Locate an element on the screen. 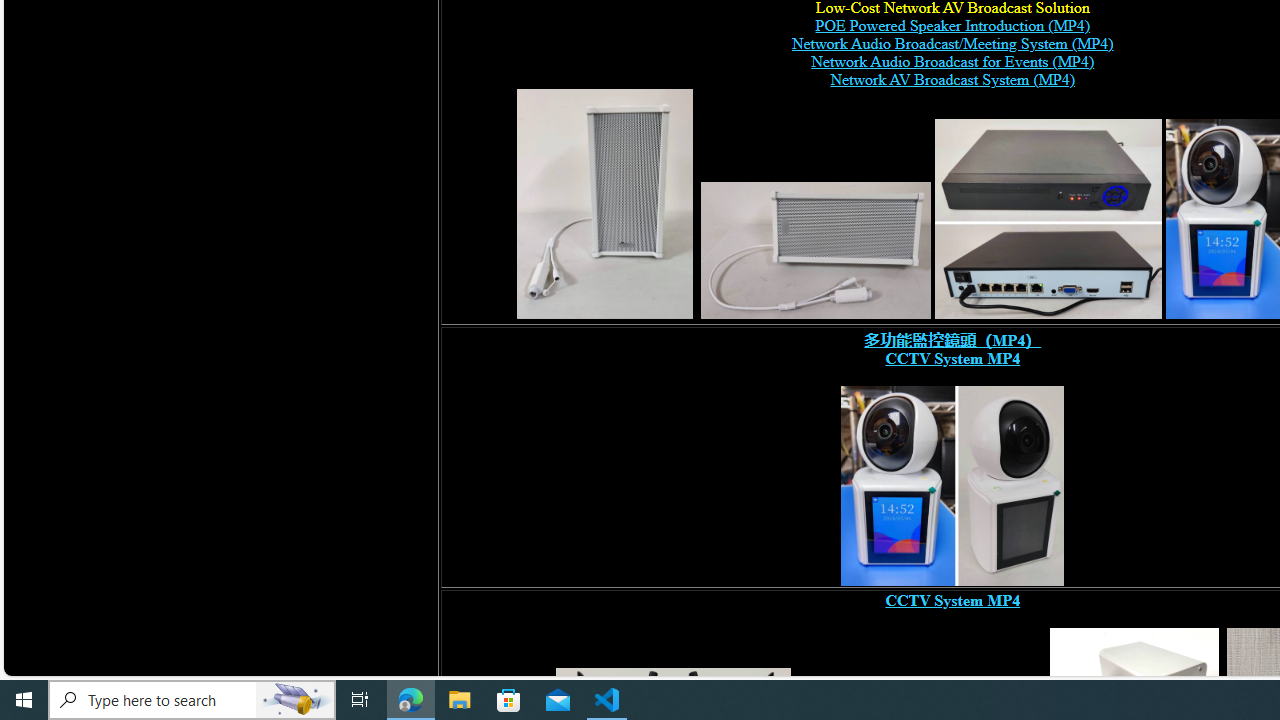  'POE switch, digital network video recorder,' is located at coordinates (1047, 219).